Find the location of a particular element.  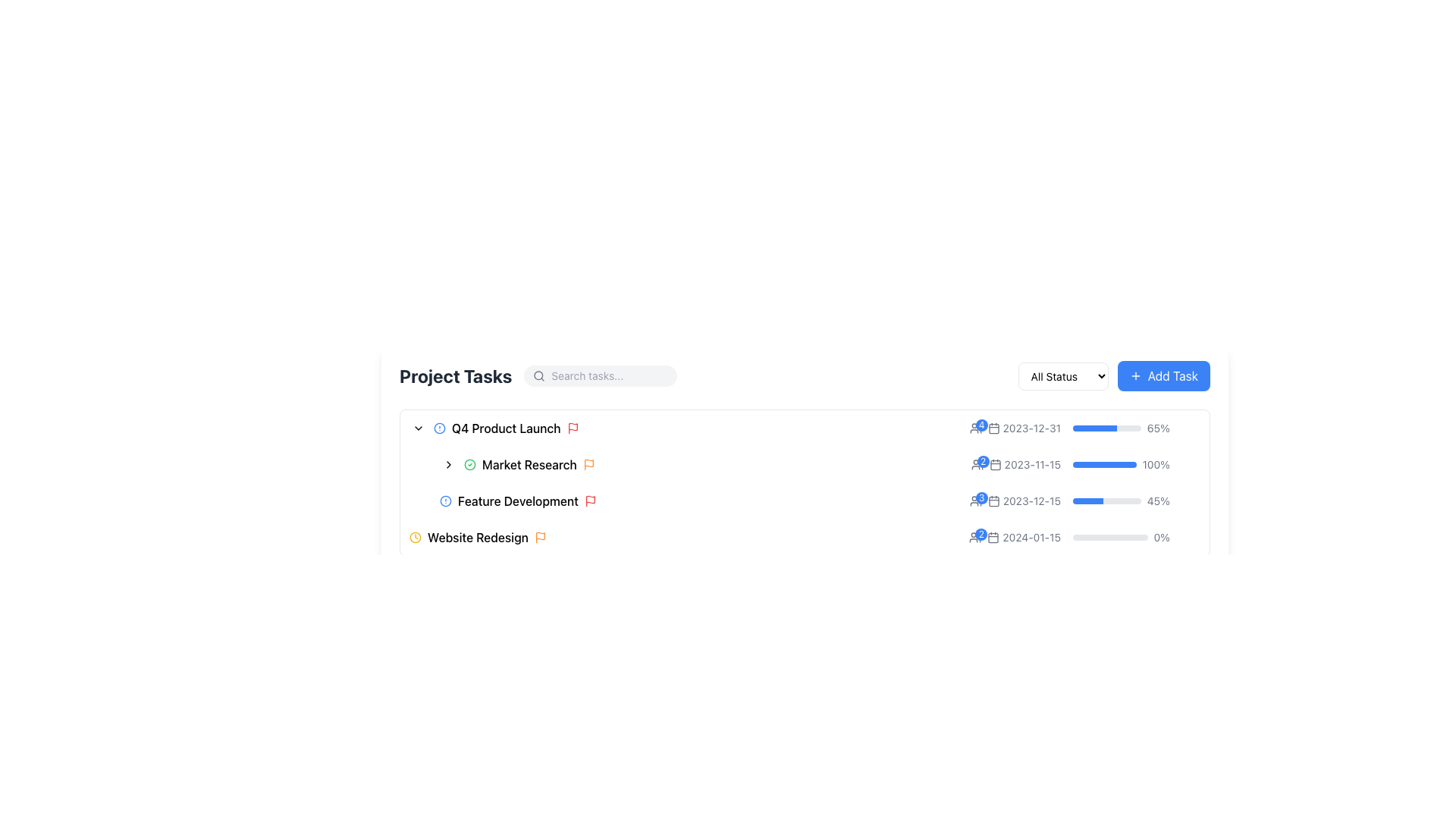

the percentage text label displaying '0%' next to the progress bar in the 'Website Redesign' task row is located at coordinates (1084, 537).